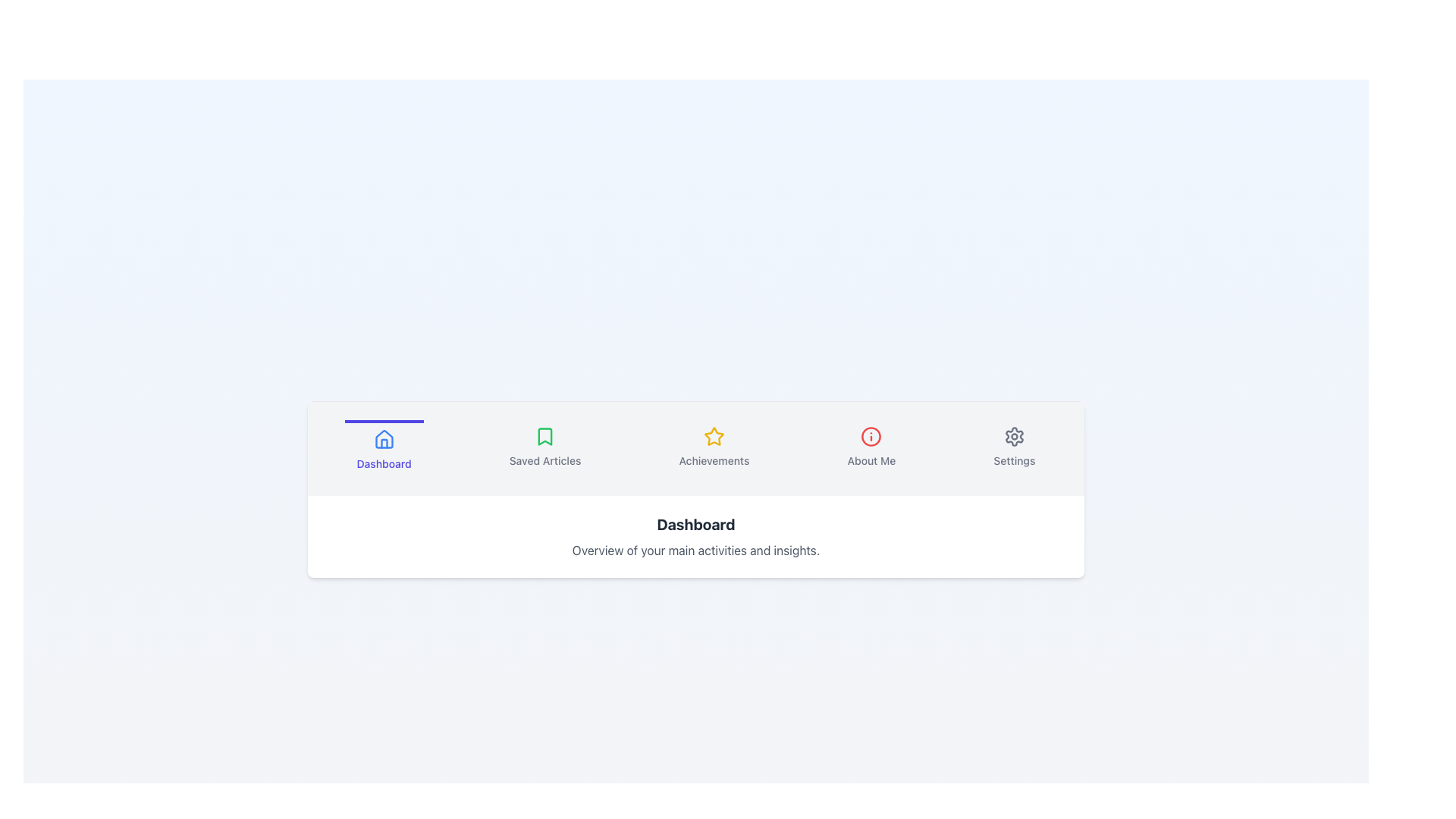 The width and height of the screenshot is (1456, 819). What do you see at coordinates (384, 439) in the screenshot?
I see `the 'Dashboard' icon located on the left part of the navigation bar` at bounding box center [384, 439].